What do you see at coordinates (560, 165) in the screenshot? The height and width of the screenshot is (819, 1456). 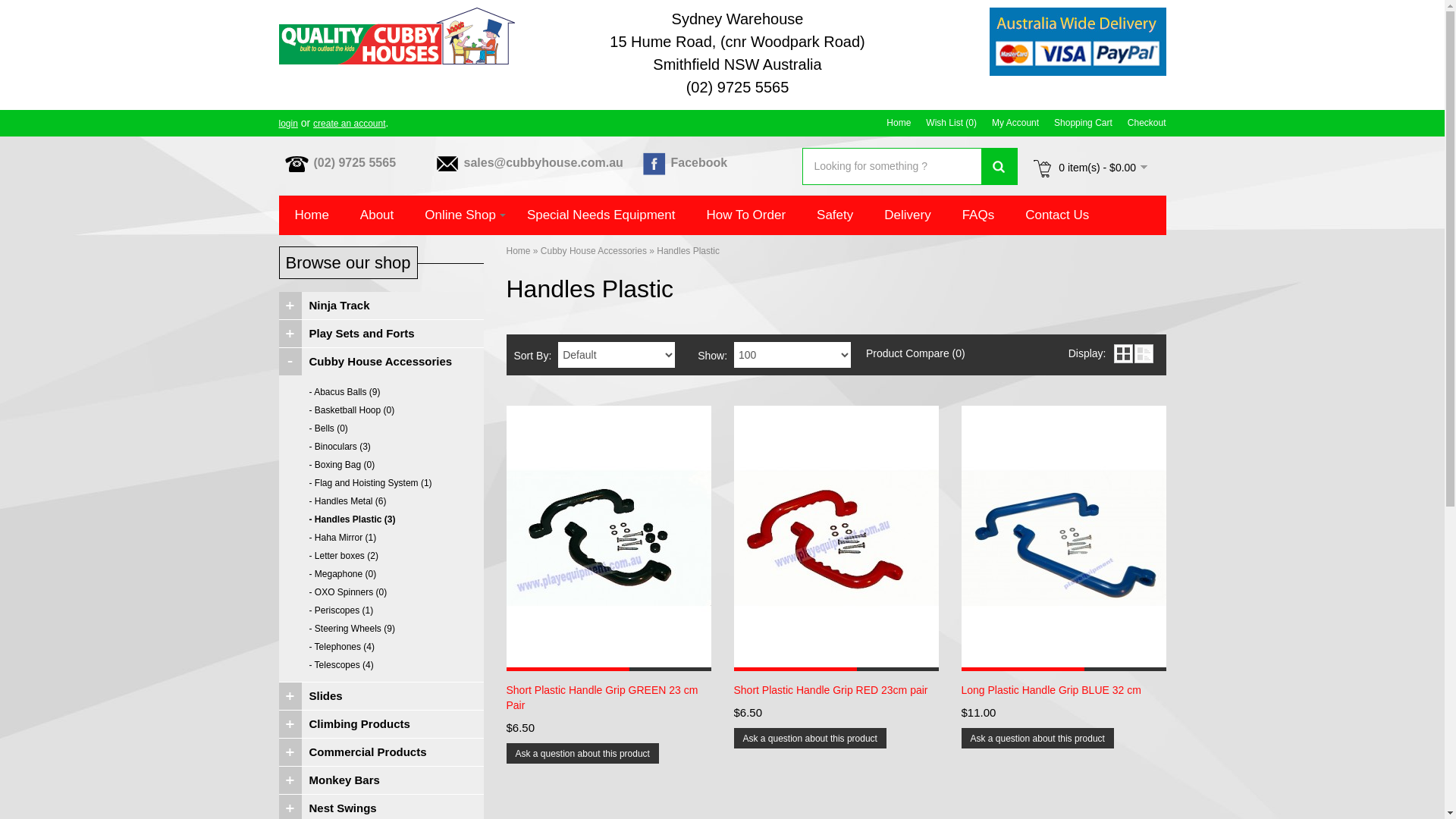 I see `'sales@cubbyhouse.com.au'` at bounding box center [560, 165].